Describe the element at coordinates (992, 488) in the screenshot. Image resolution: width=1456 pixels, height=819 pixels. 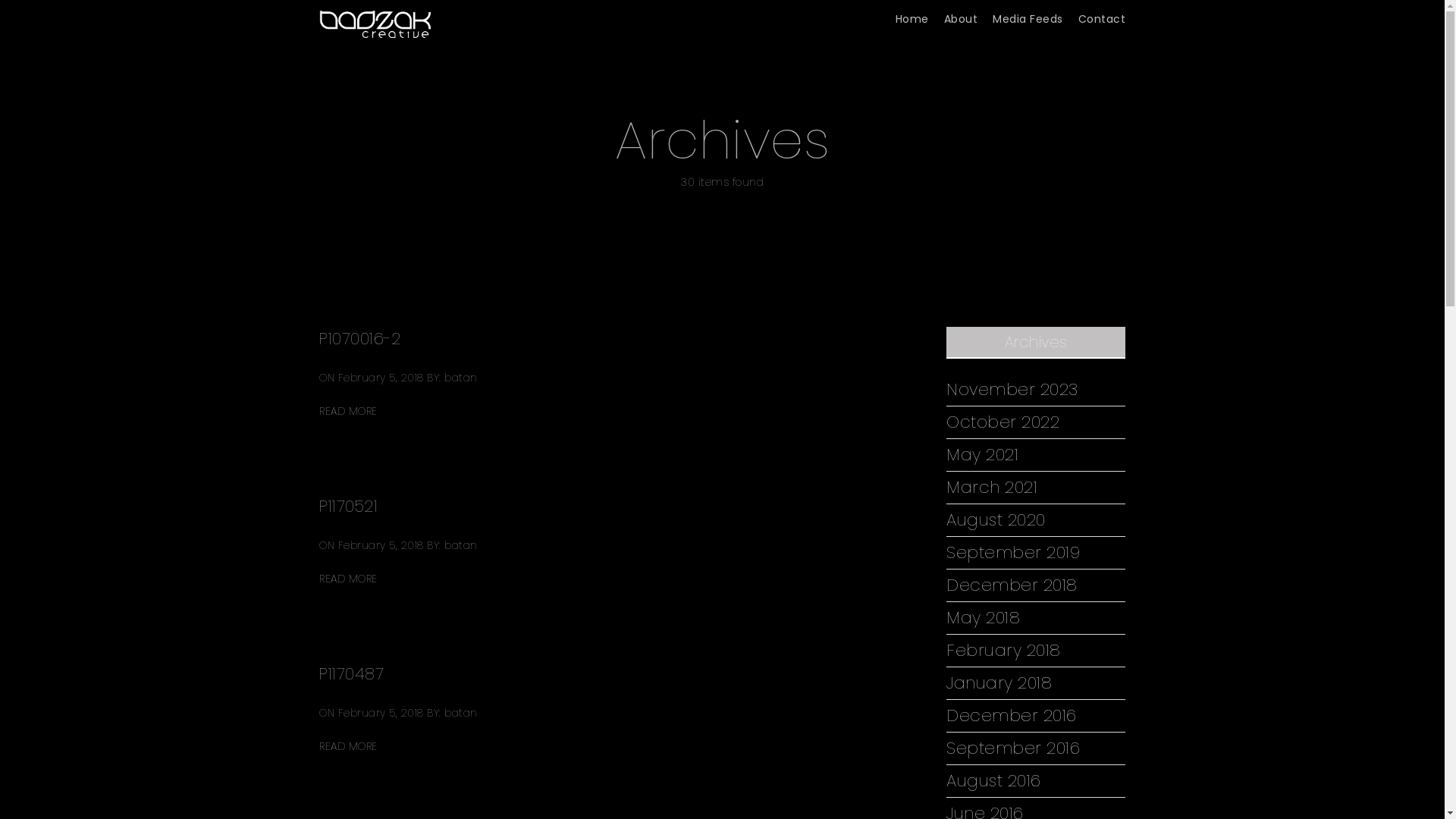
I see `'March 2021'` at that location.